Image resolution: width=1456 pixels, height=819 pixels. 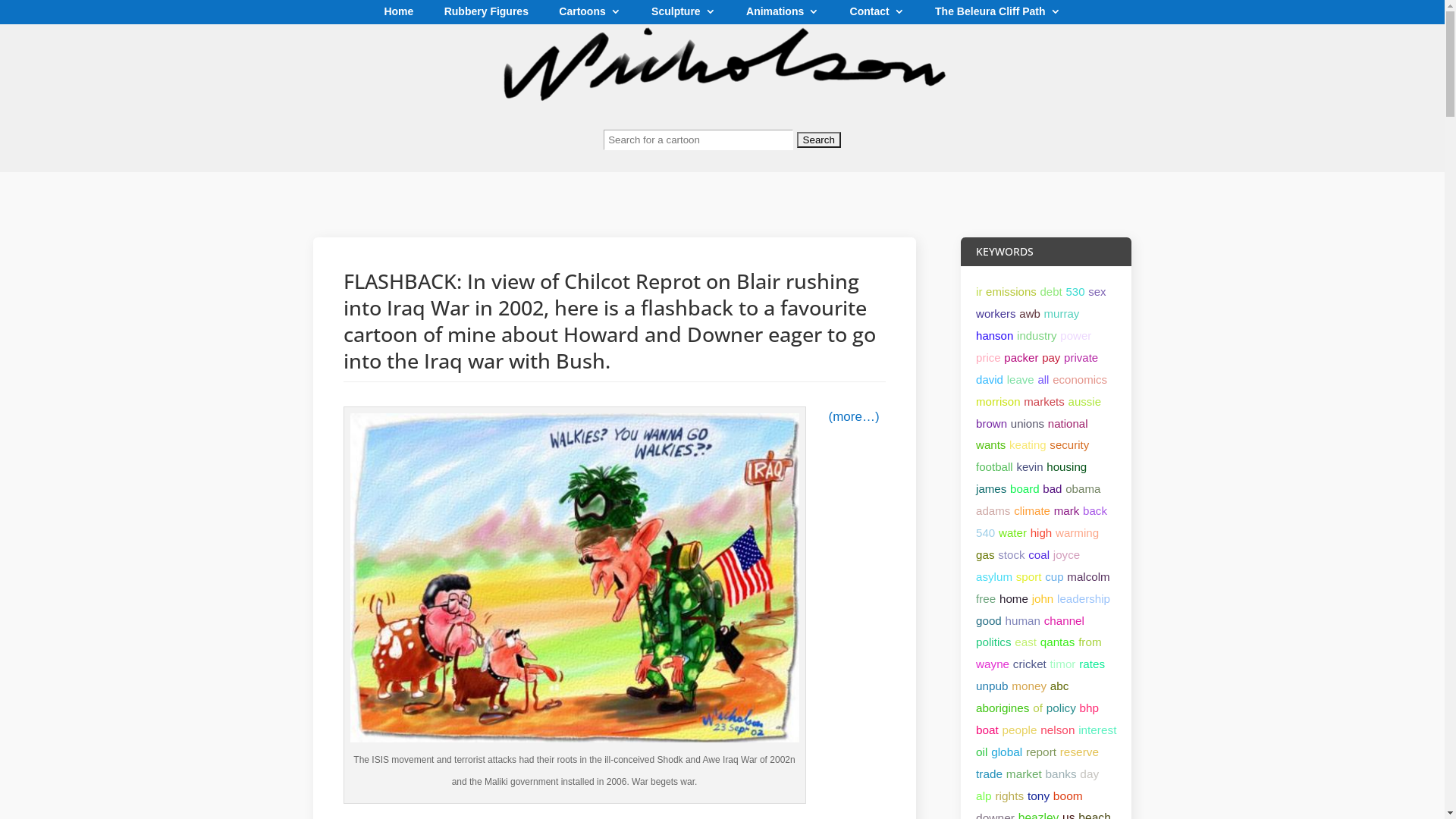 I want to click on 'power', so click(x=1059, y=334).